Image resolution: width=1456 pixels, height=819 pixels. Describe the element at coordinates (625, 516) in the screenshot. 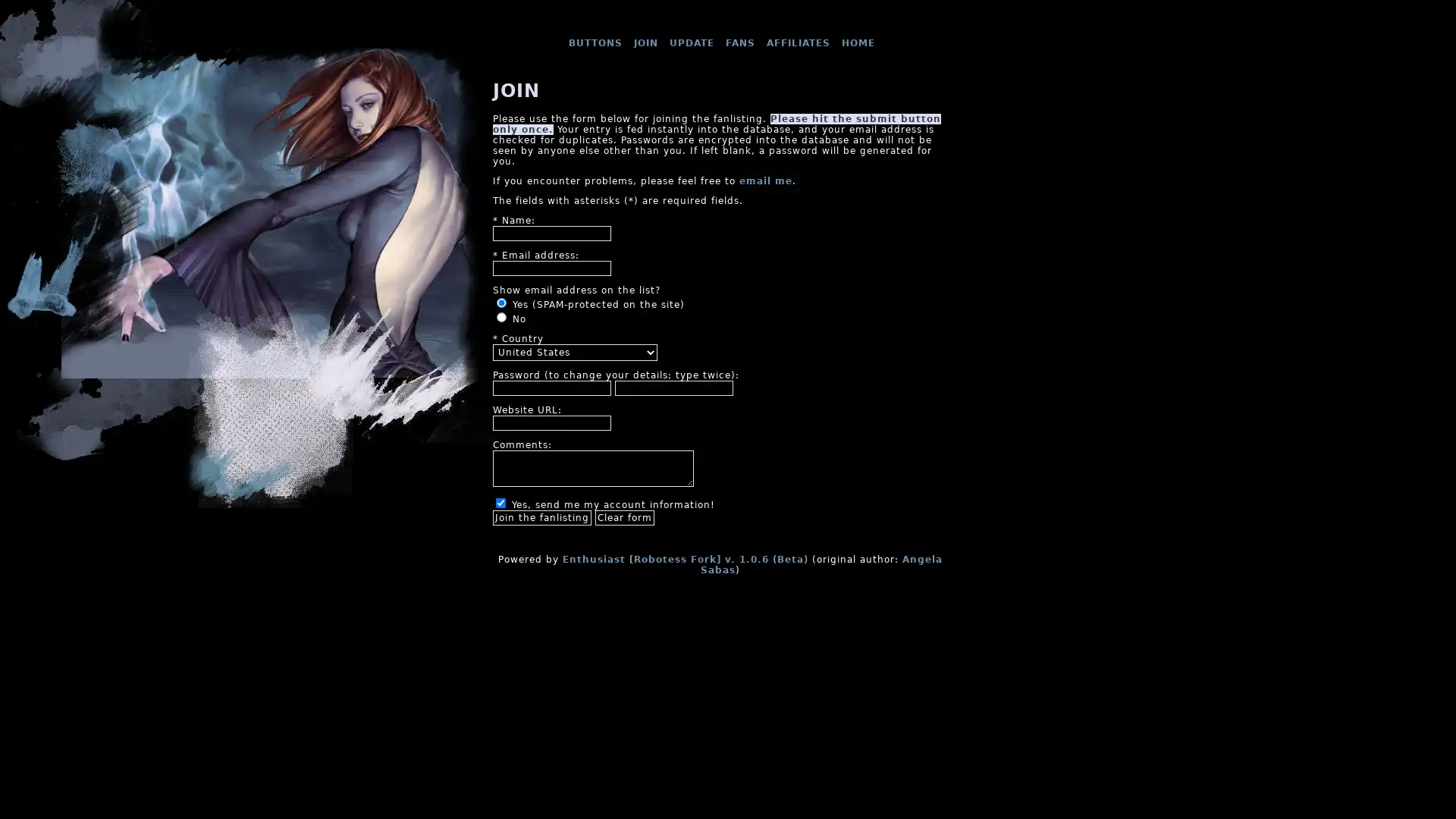

I see `Clear form` at that location.